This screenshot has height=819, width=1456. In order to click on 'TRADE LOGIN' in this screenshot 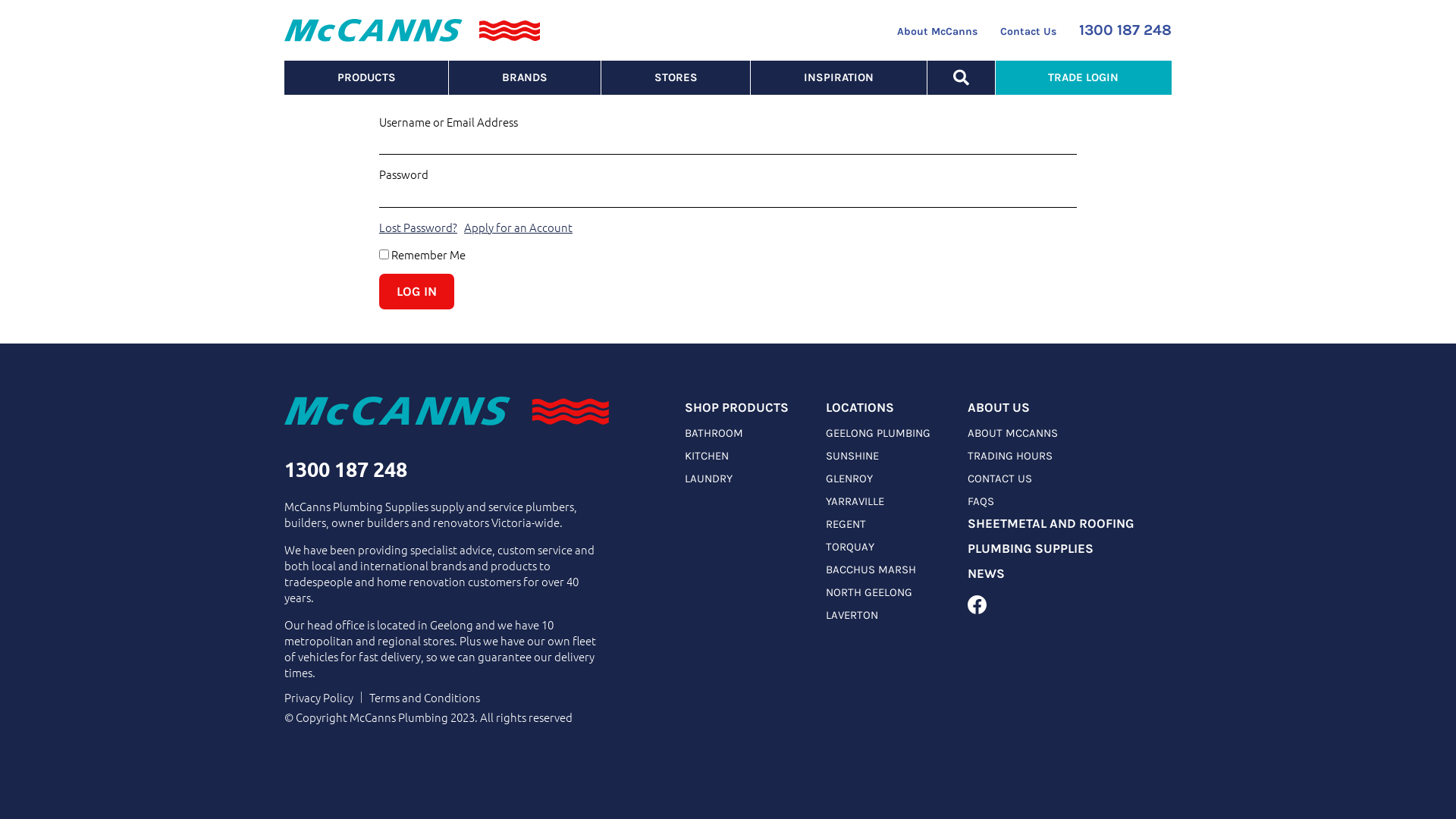, I will do `click(996, 77)`.